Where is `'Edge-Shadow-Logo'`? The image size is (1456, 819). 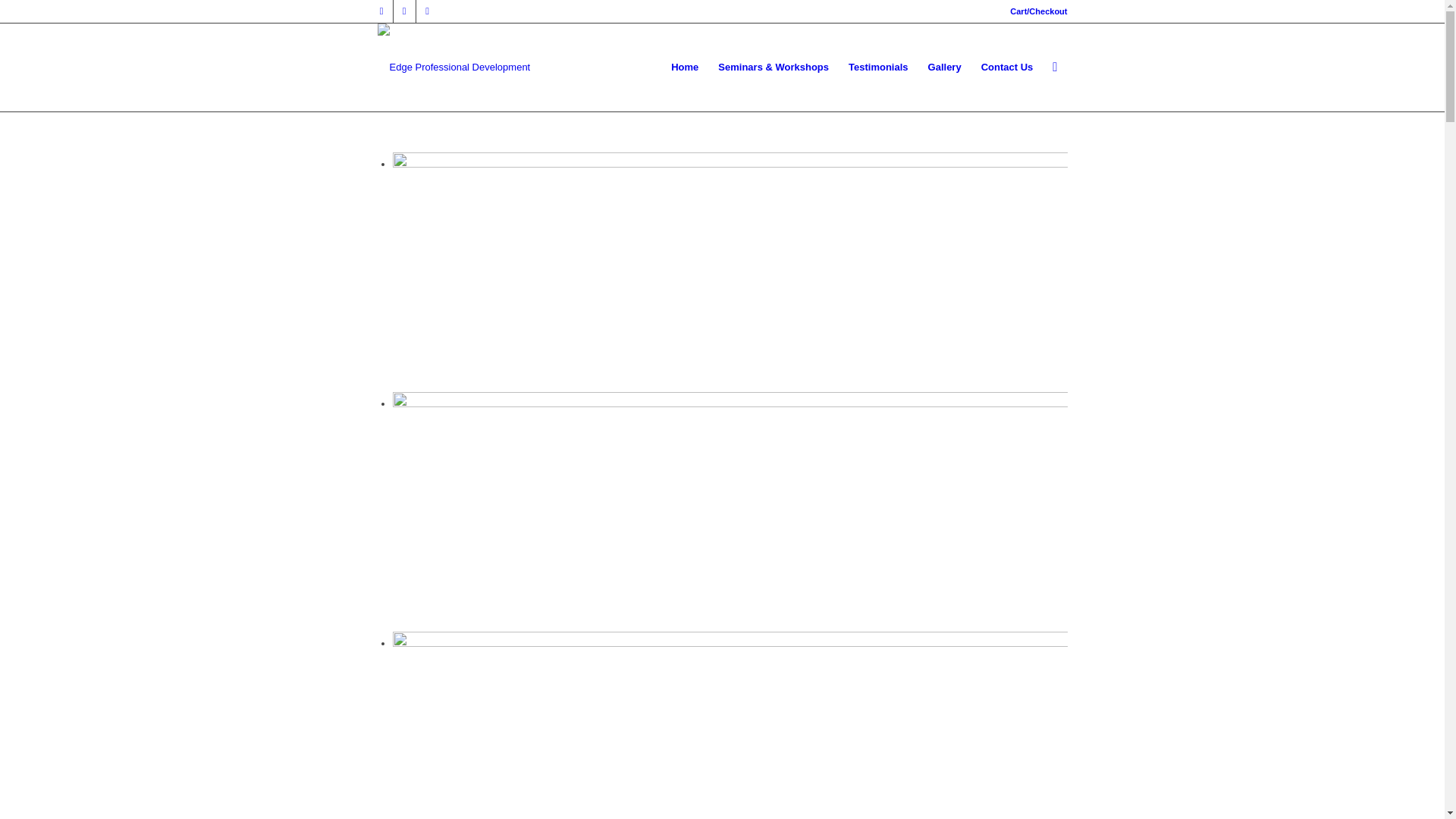
'Edge-Shadow-Logo' is located at coordinates (453, 48).